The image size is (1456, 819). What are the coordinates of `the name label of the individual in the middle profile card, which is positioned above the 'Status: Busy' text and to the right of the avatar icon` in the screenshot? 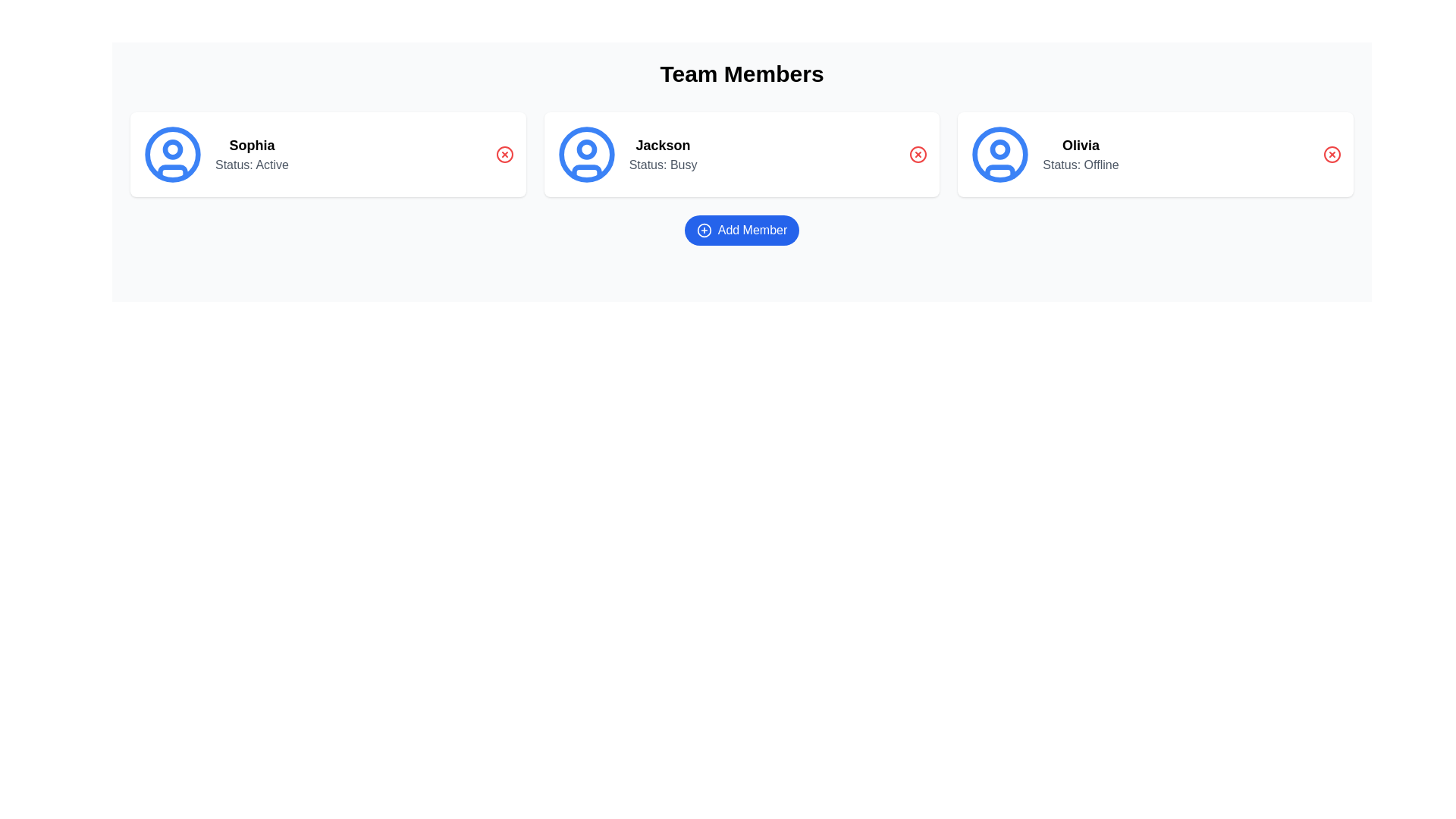 It's located at (663, 146).